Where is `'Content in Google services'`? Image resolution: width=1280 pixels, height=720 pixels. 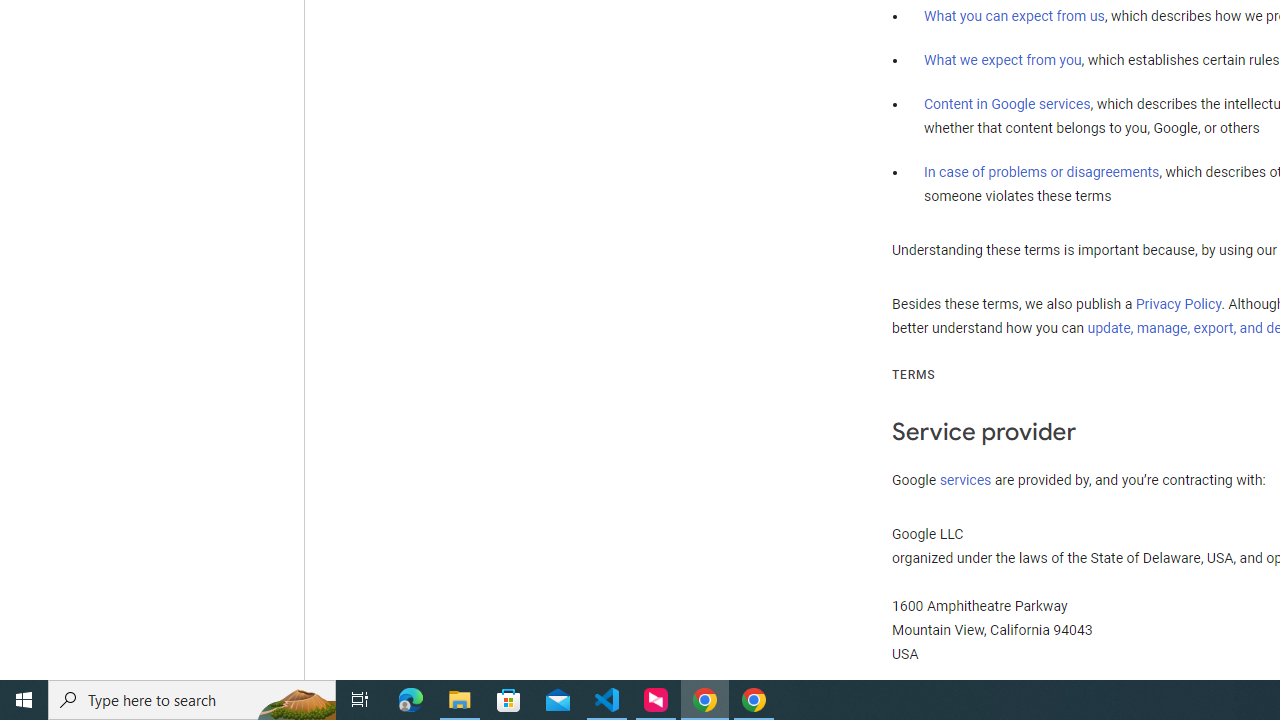
'Content in Google services' is located at coordinates (1007, 104).